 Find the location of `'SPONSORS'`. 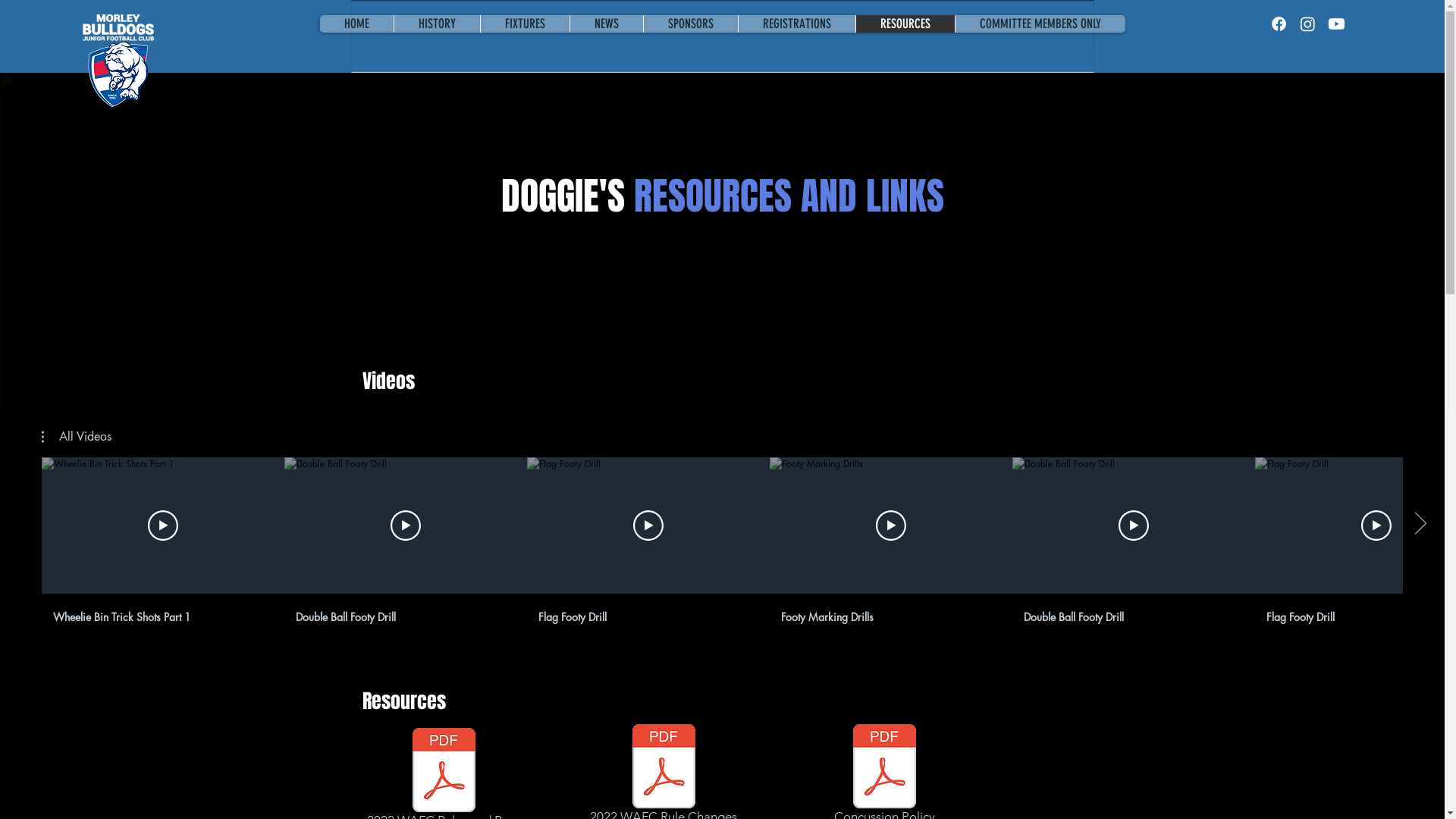

'SPONSORS' is located at coordinates (689, 24).